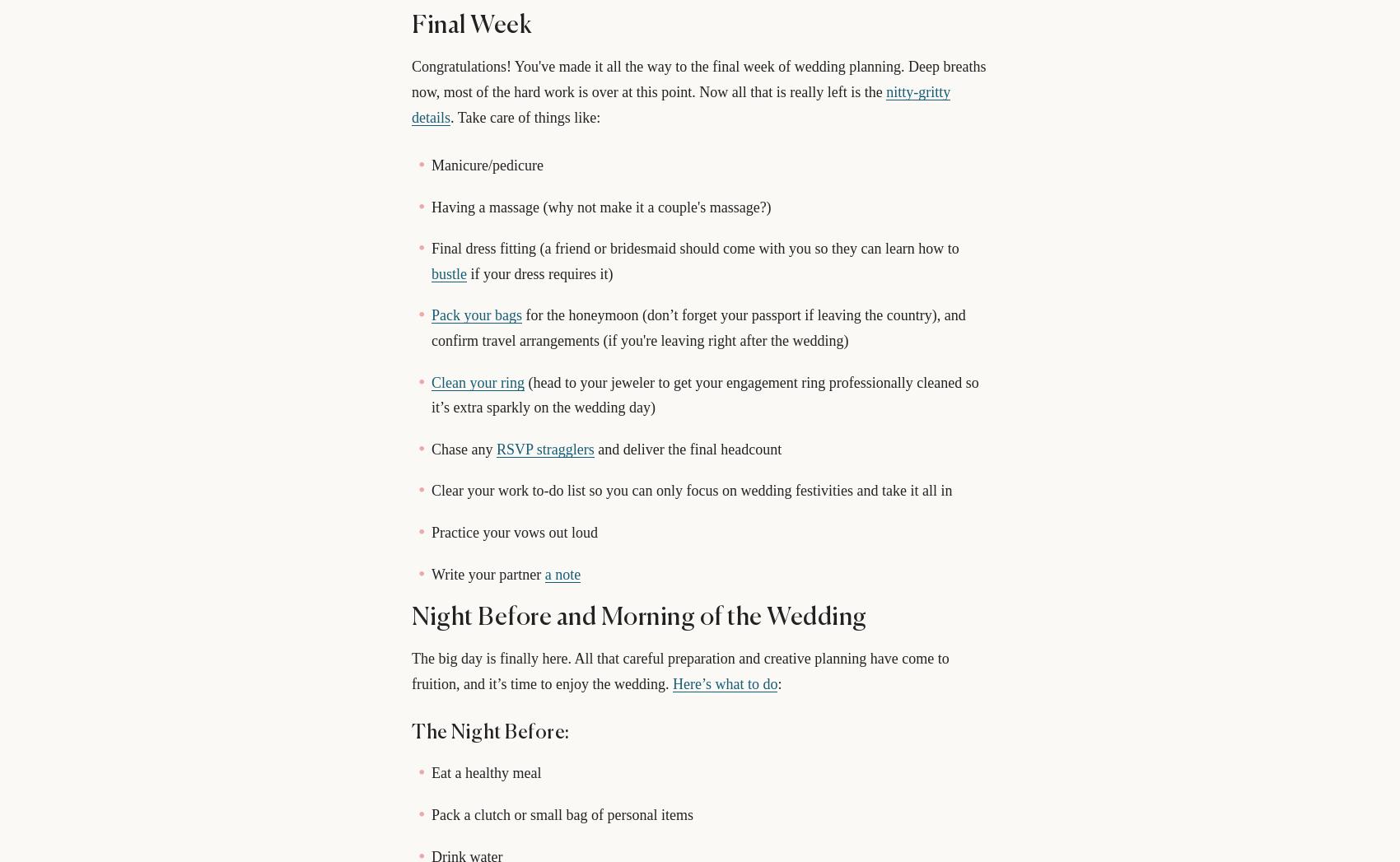  Describe the element at coordinates (694, 247) in the screenshot. I see `'Final dress fitting (a friend or bridesmaid should come with you so they can learn how to'` at that location.